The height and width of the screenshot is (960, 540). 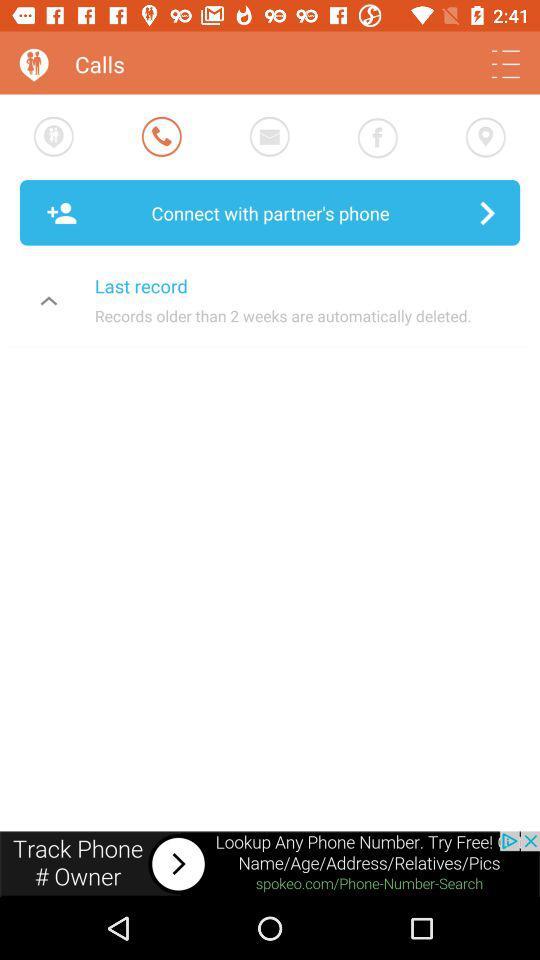 What do you see at coordinates (504, 64) in the screenshot?
I see `click for home dropdown` at bounding box center [504, 64].